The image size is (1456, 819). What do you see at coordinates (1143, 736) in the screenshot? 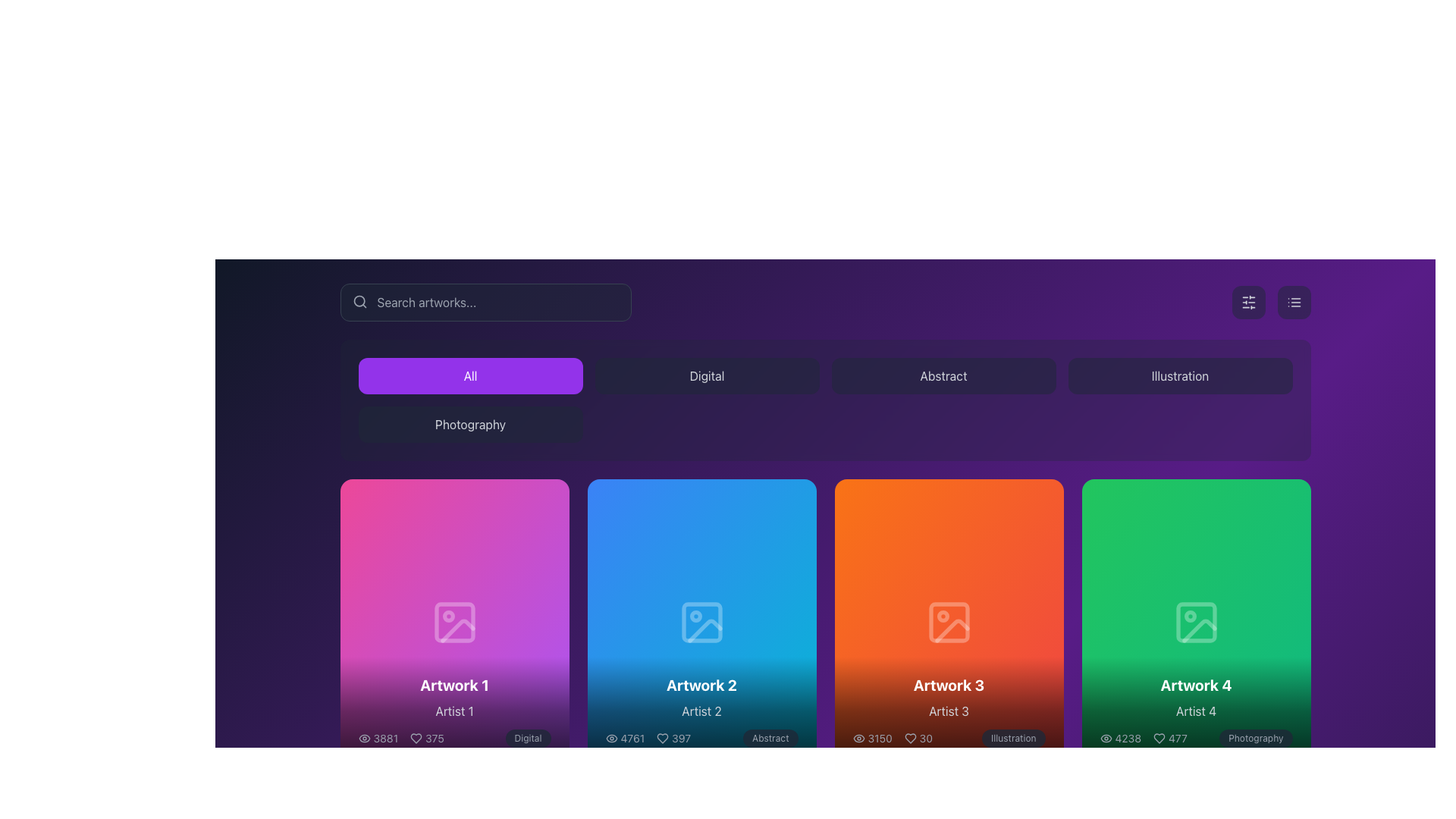
I see `the informational item displaying the statistics '4238' and '477' with eye and heart icons` at bounding box center [1143, 736].